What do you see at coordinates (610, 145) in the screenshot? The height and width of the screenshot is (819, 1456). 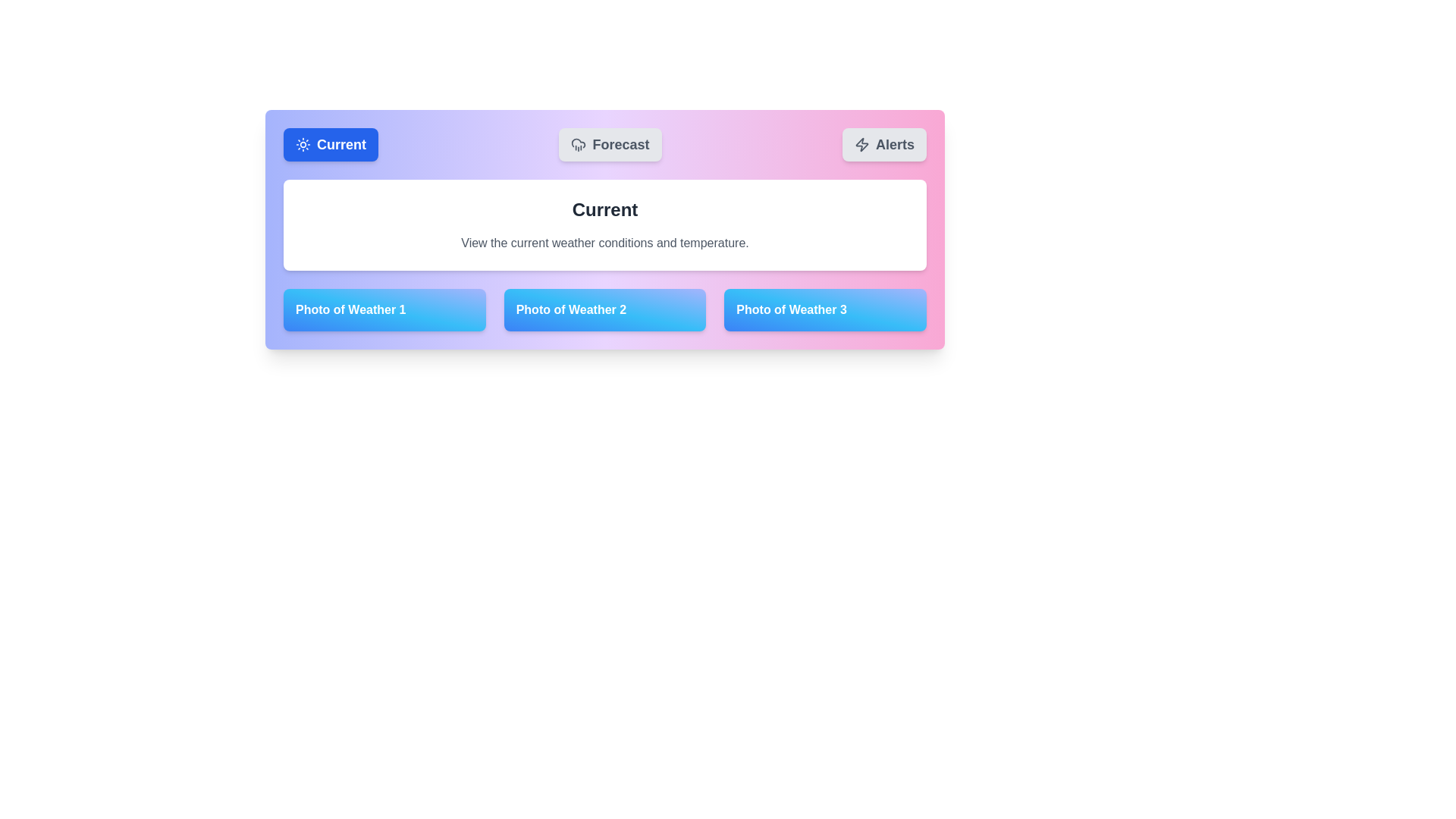 I see `the 'Forecast' button, which is the second button in a group of three` at bounding box center [610, 145].